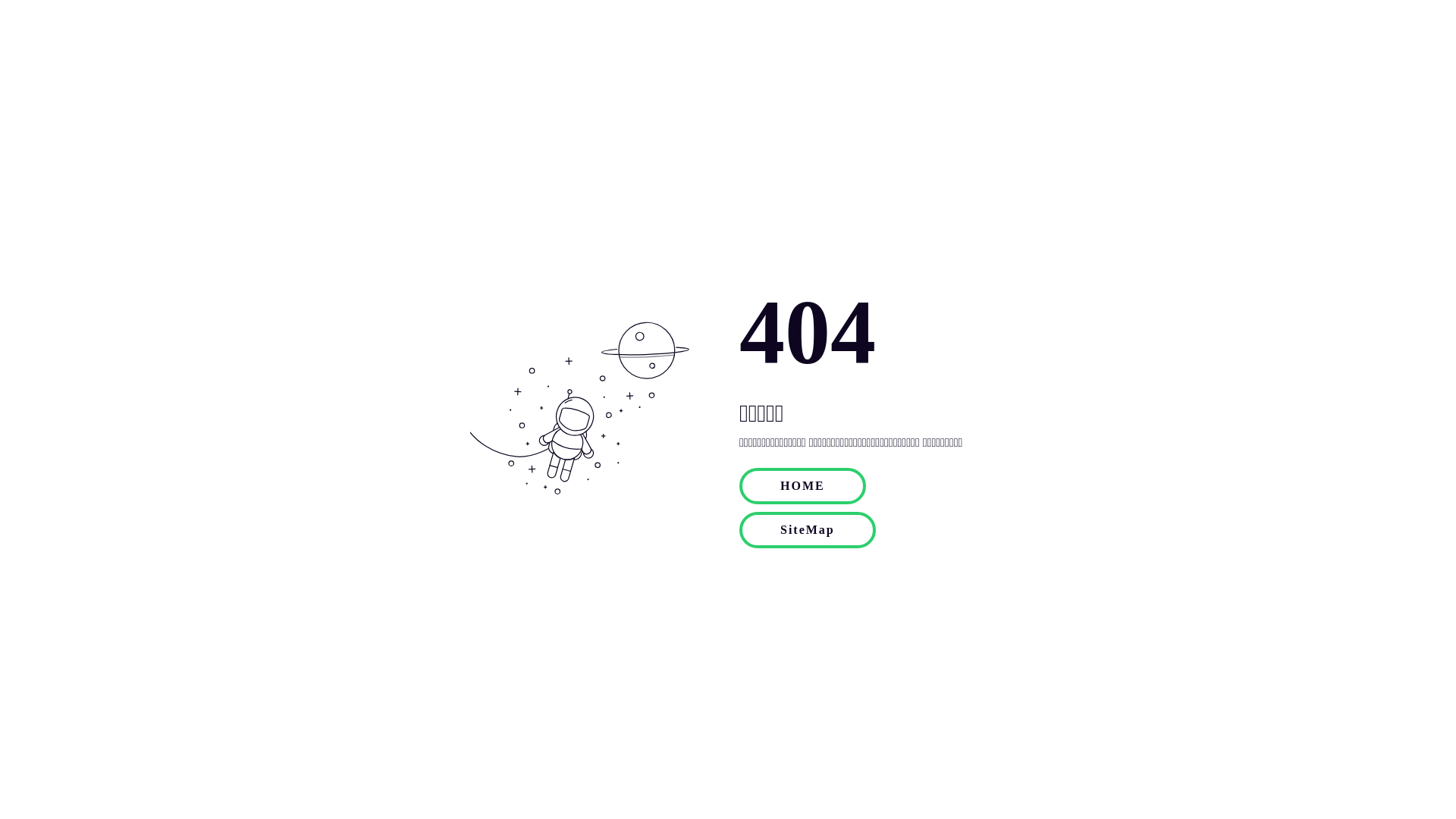 This screenshot has width=1456, height=819. What do you see at coordinates (807, 528) in the screenshot?
I see `'SiteMap'` at bounding box center [807, 528].